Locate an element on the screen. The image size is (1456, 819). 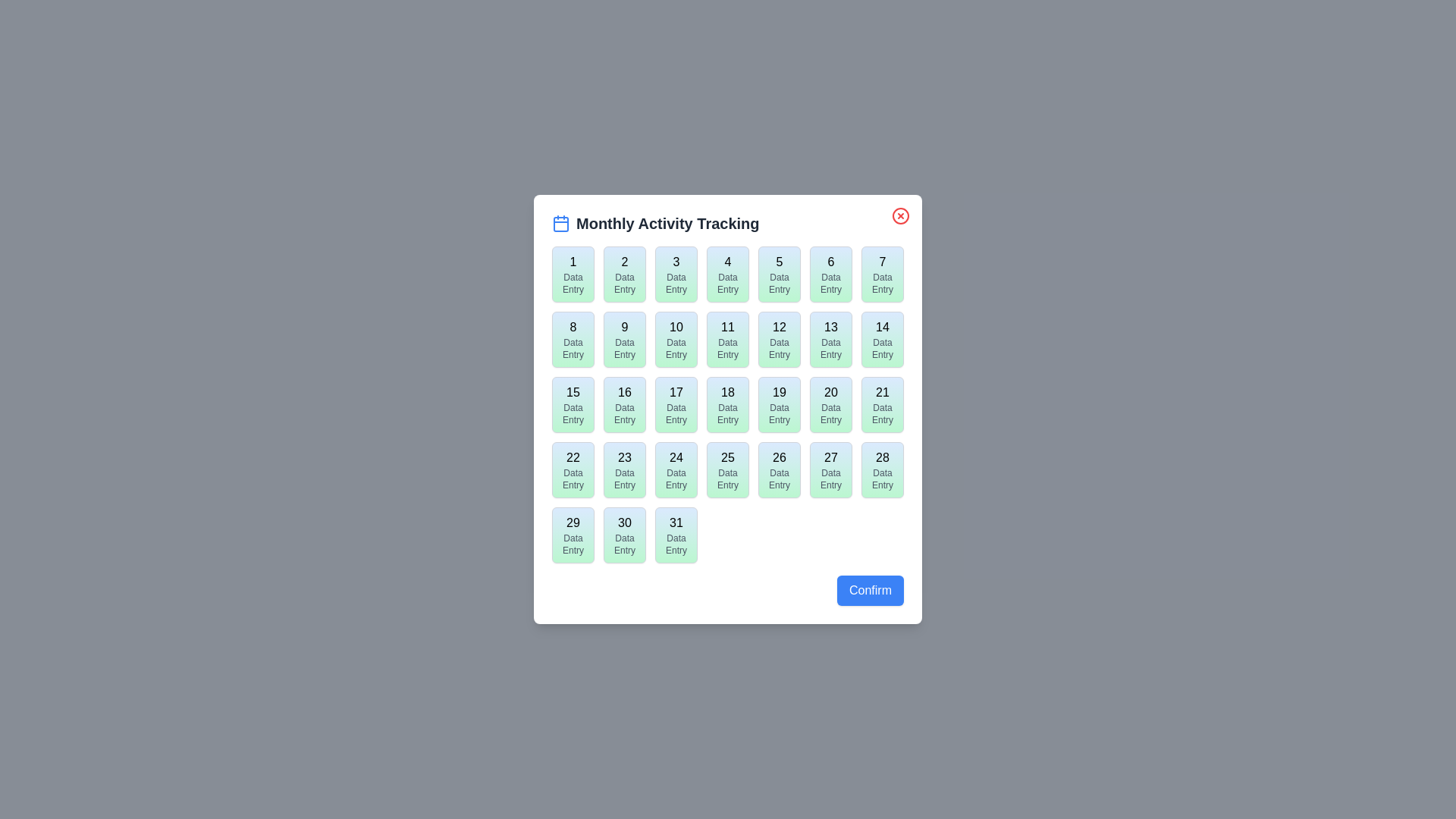
close button at the top-right corner of the dialog to close it is located at coordinates (901, 216).